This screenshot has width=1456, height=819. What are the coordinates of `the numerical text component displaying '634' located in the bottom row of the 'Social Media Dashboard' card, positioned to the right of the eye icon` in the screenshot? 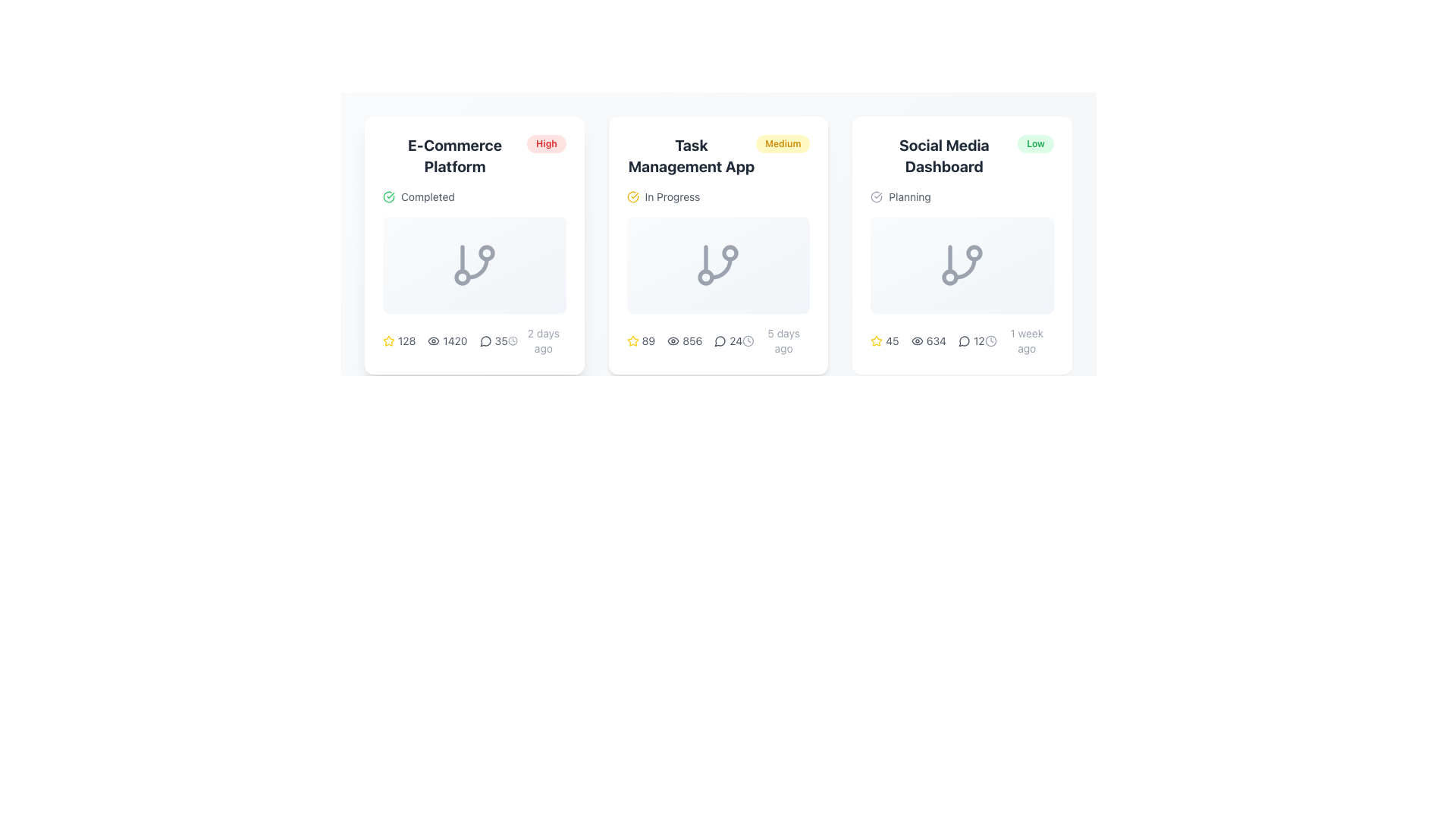 It's located at (935, 341).